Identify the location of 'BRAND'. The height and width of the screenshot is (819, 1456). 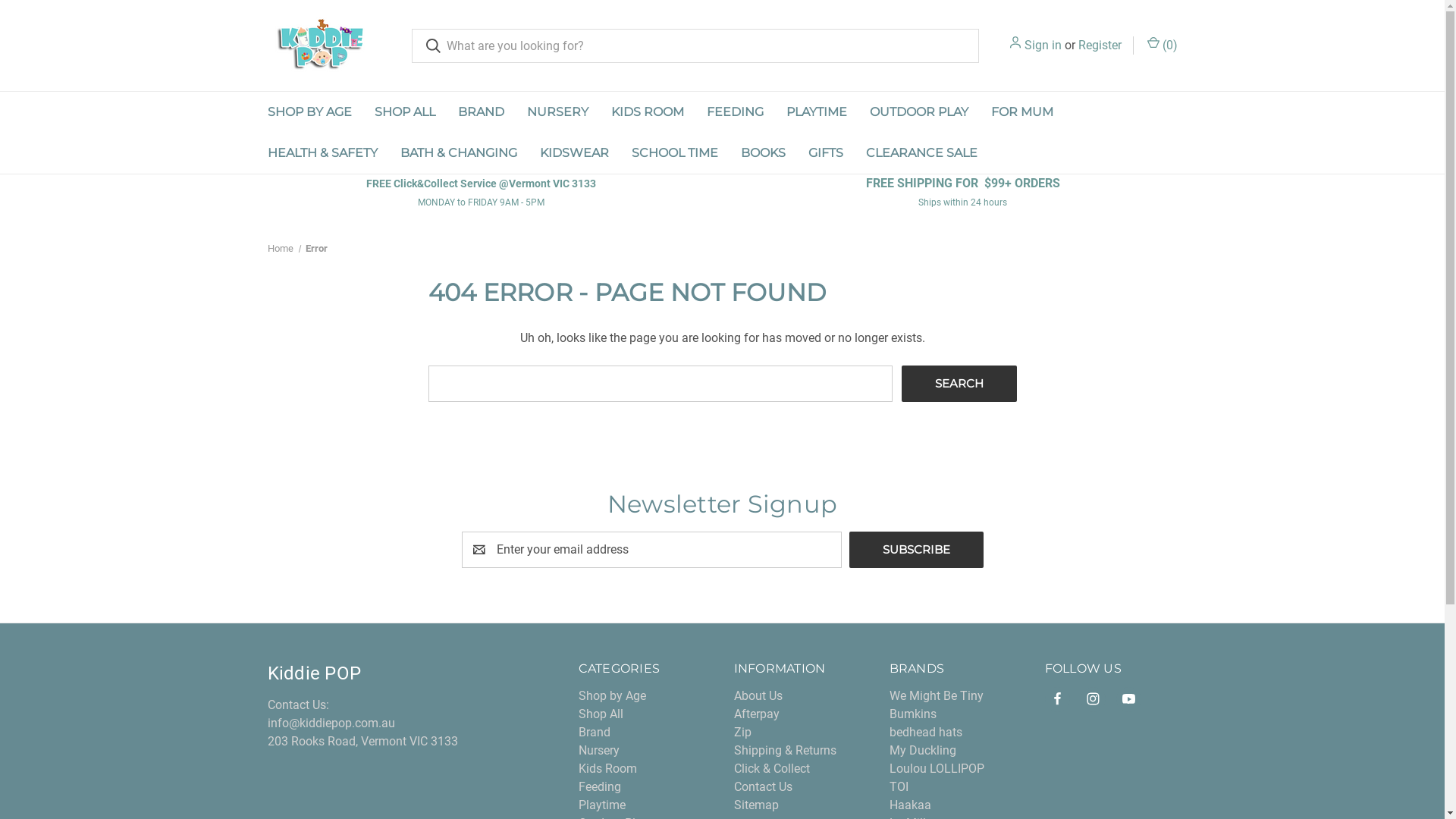
(479, 111).